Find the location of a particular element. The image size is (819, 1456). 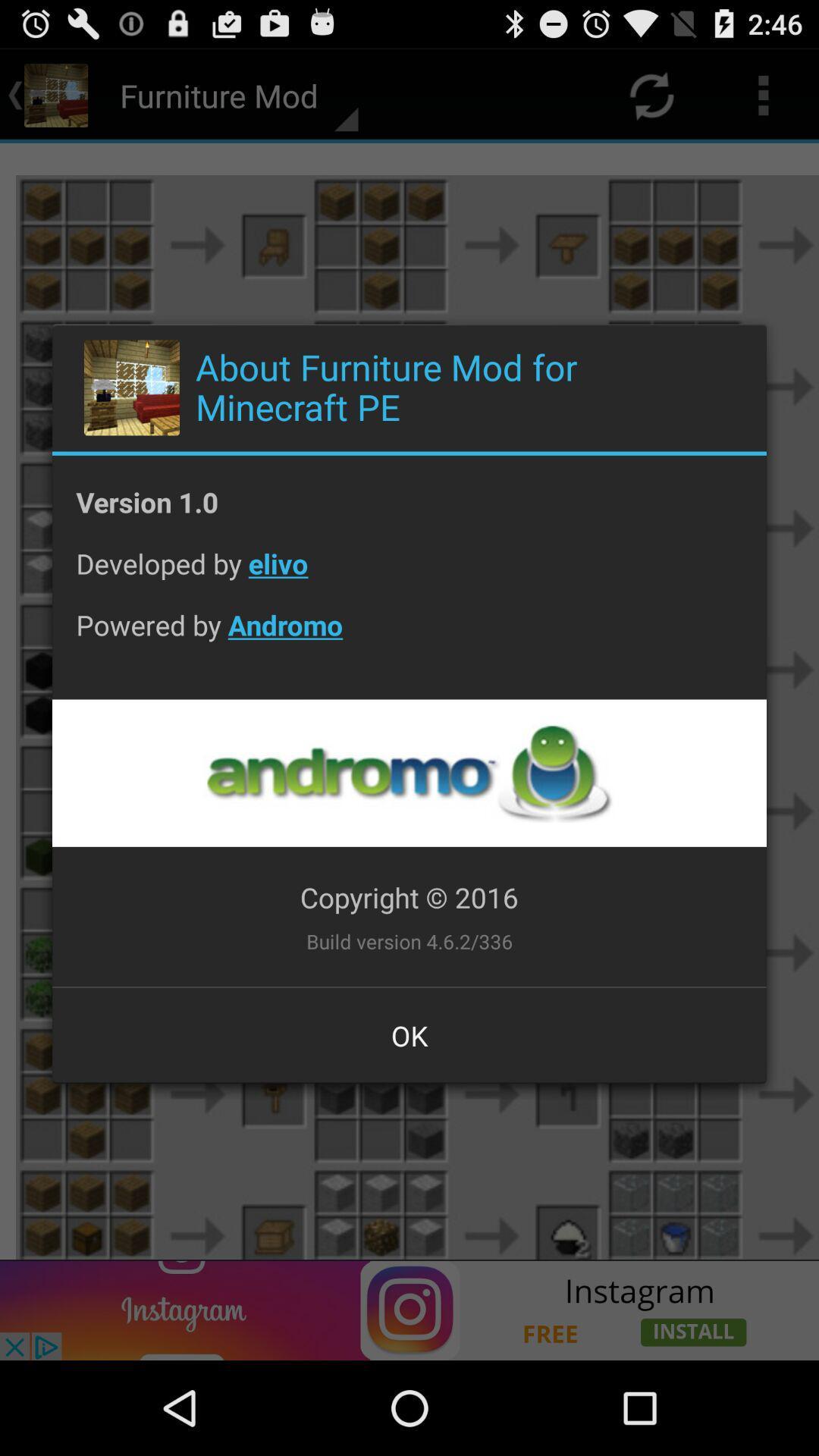

developed by elivo icon is located at coordinates (409, 574).